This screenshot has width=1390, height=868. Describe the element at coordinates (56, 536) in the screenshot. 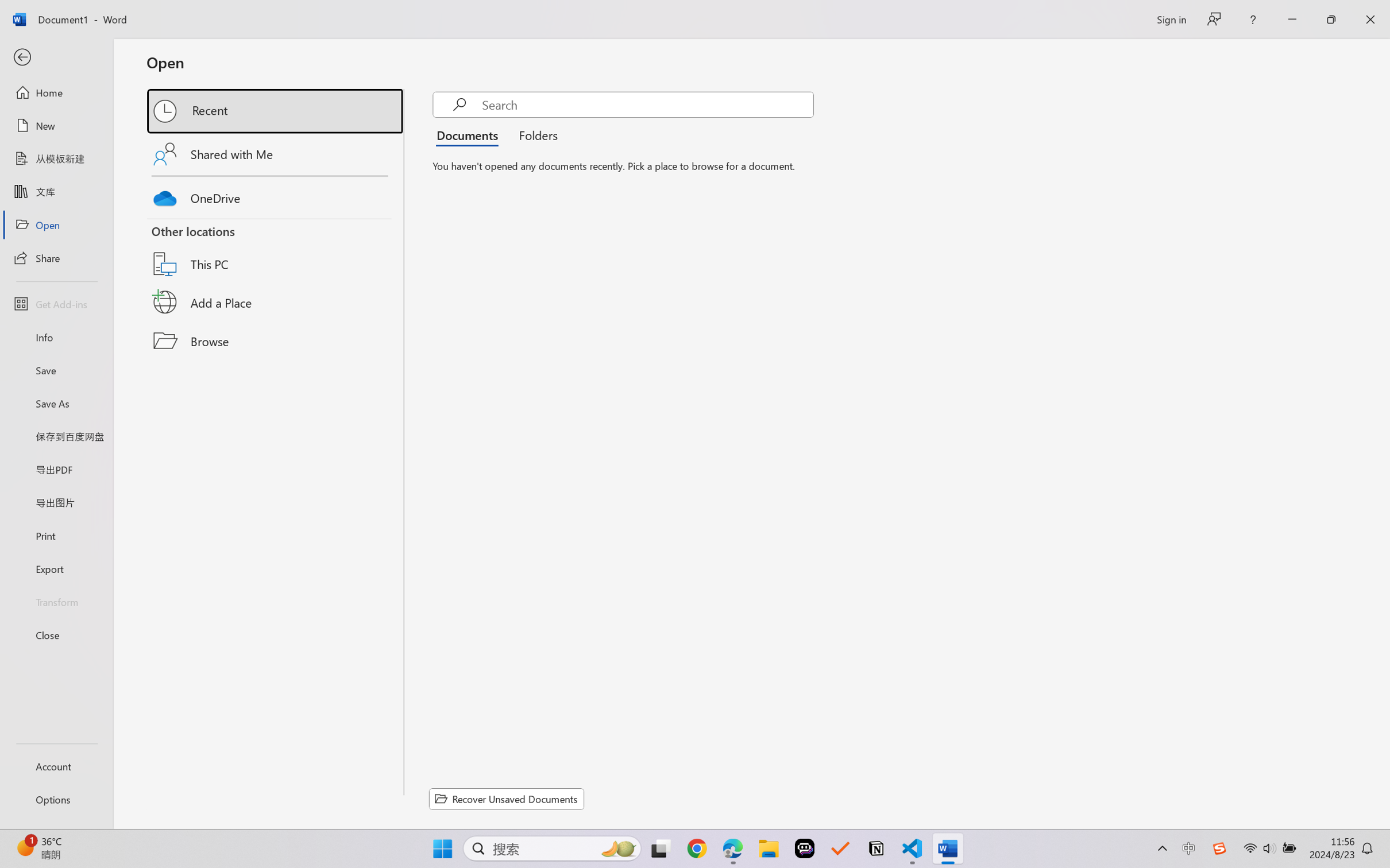

I see `'Print'` at that location.